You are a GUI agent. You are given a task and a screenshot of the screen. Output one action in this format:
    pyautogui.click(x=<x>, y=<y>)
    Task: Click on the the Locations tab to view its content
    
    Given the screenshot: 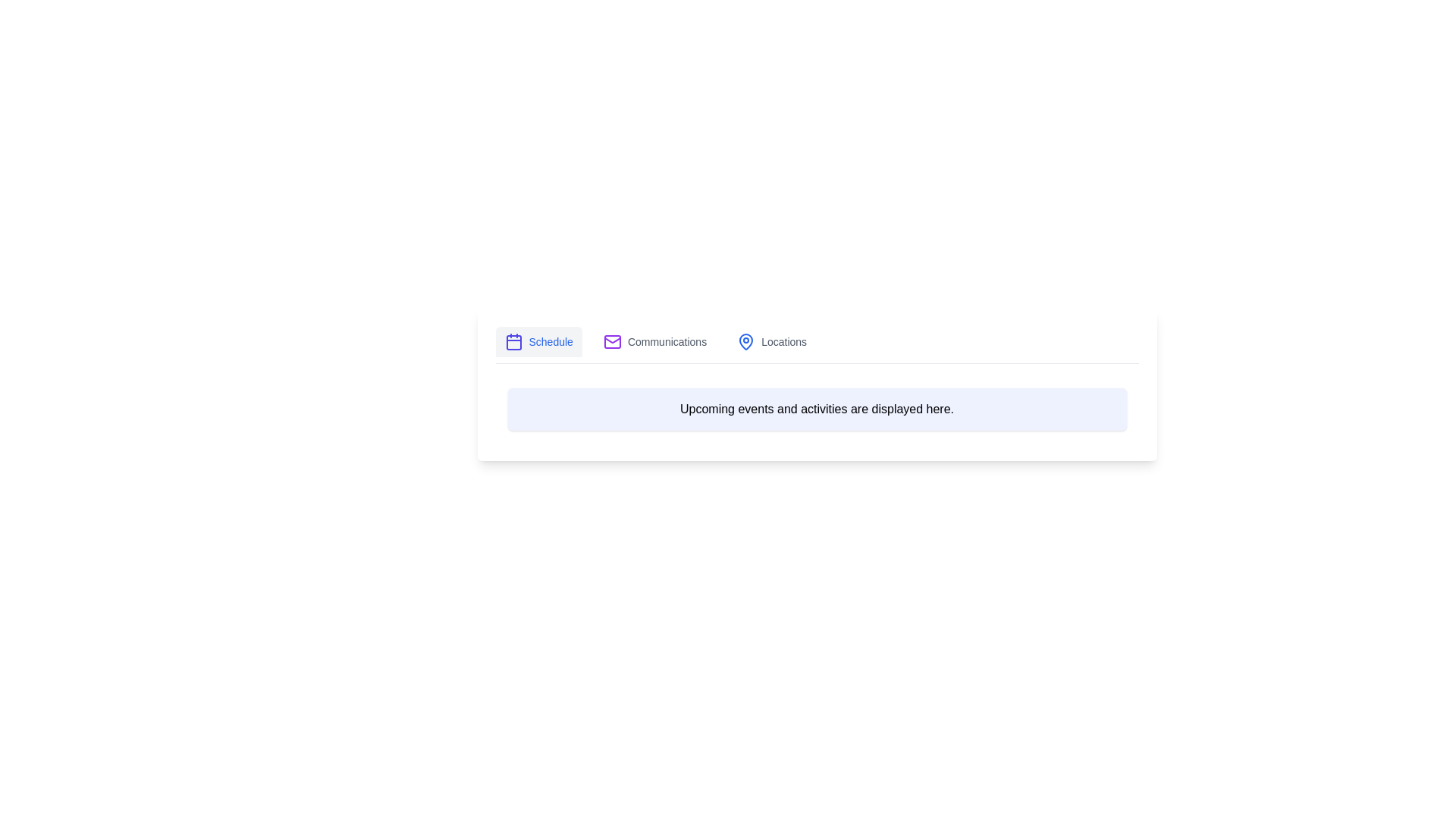 What is the action you would take?
    pyautogui.click(x=771, y=342)
    